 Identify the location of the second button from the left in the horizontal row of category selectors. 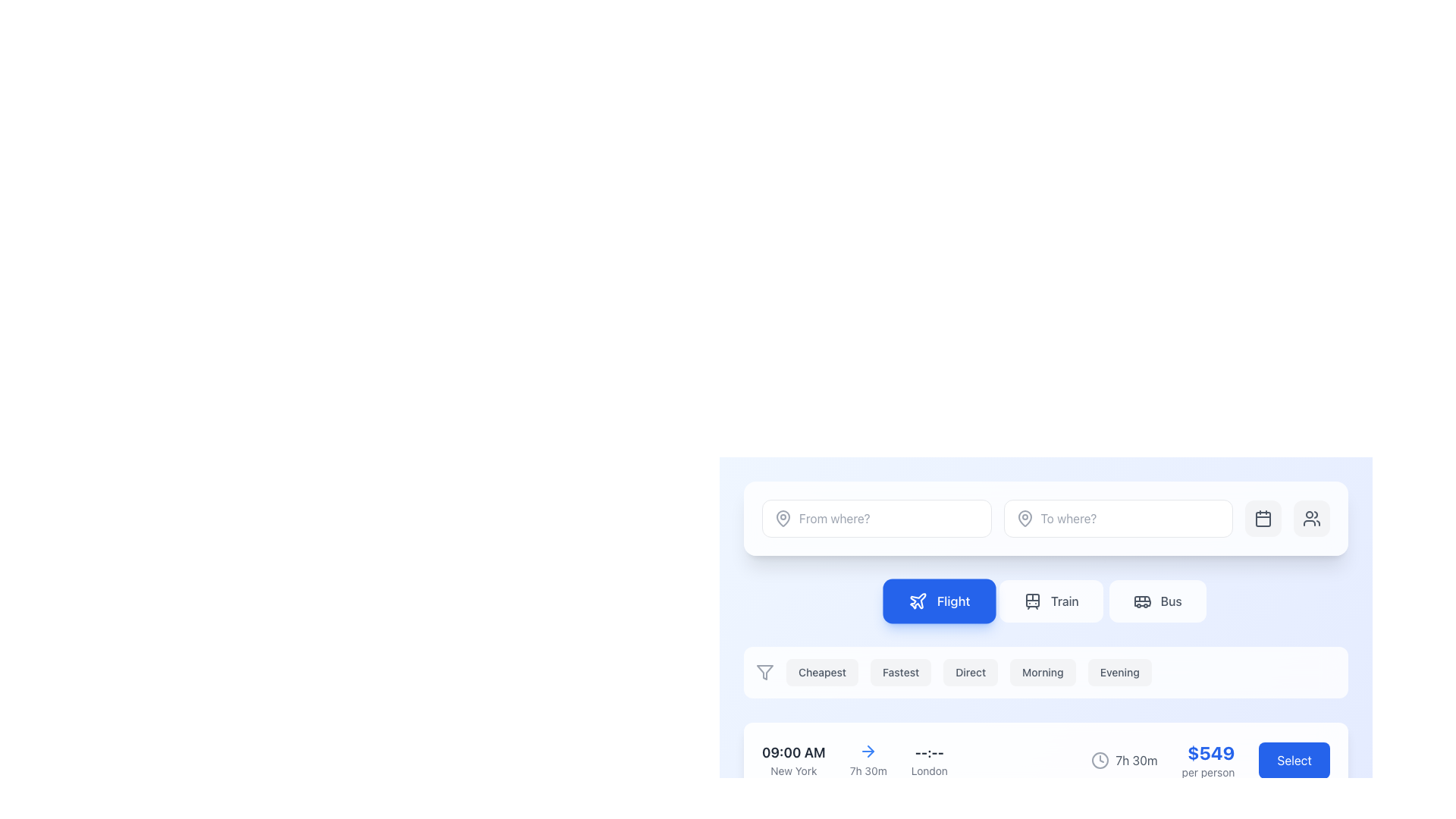
(901, 672).